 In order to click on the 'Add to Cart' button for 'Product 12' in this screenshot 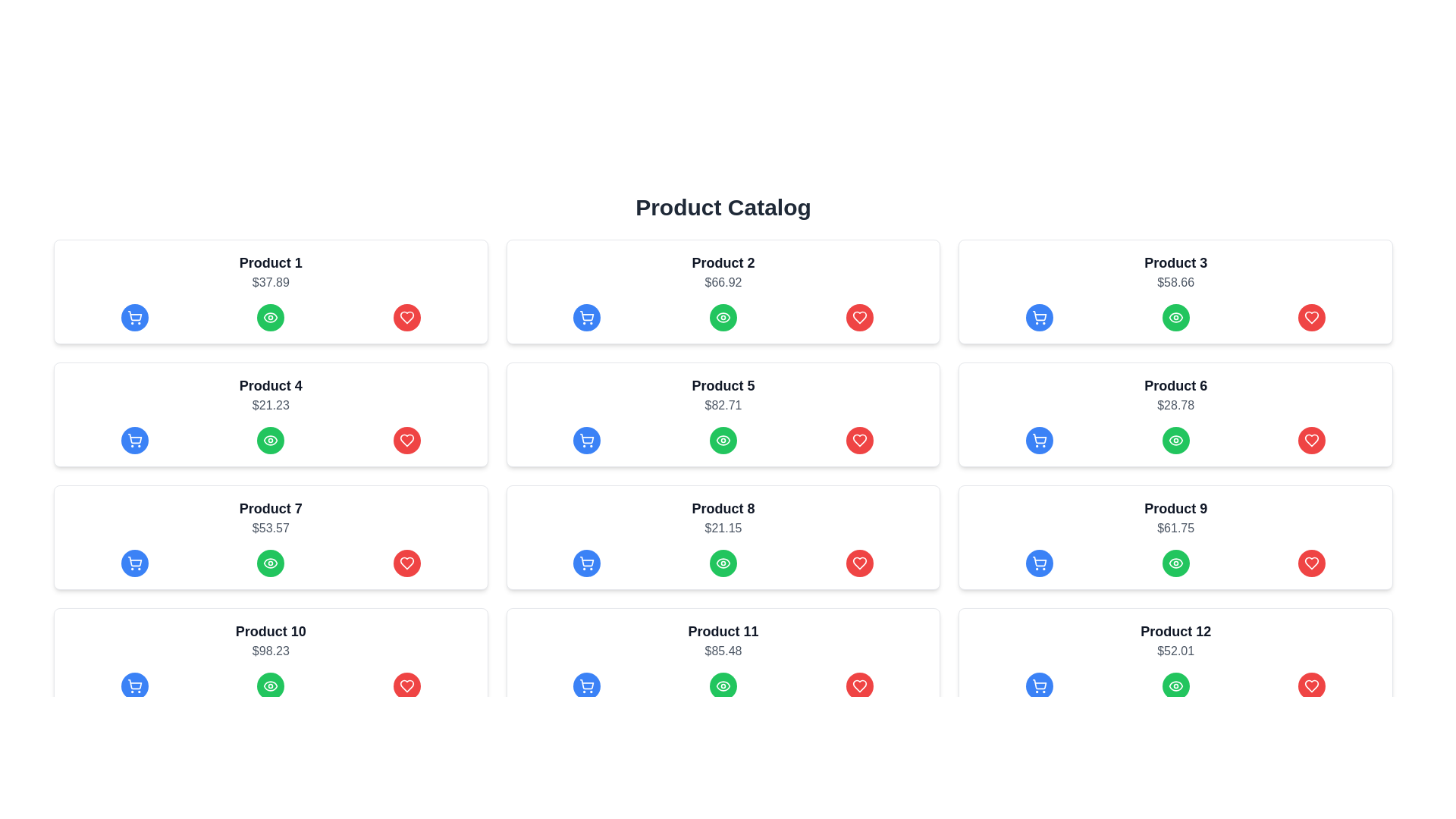, I will do `click(1039, 686)`.